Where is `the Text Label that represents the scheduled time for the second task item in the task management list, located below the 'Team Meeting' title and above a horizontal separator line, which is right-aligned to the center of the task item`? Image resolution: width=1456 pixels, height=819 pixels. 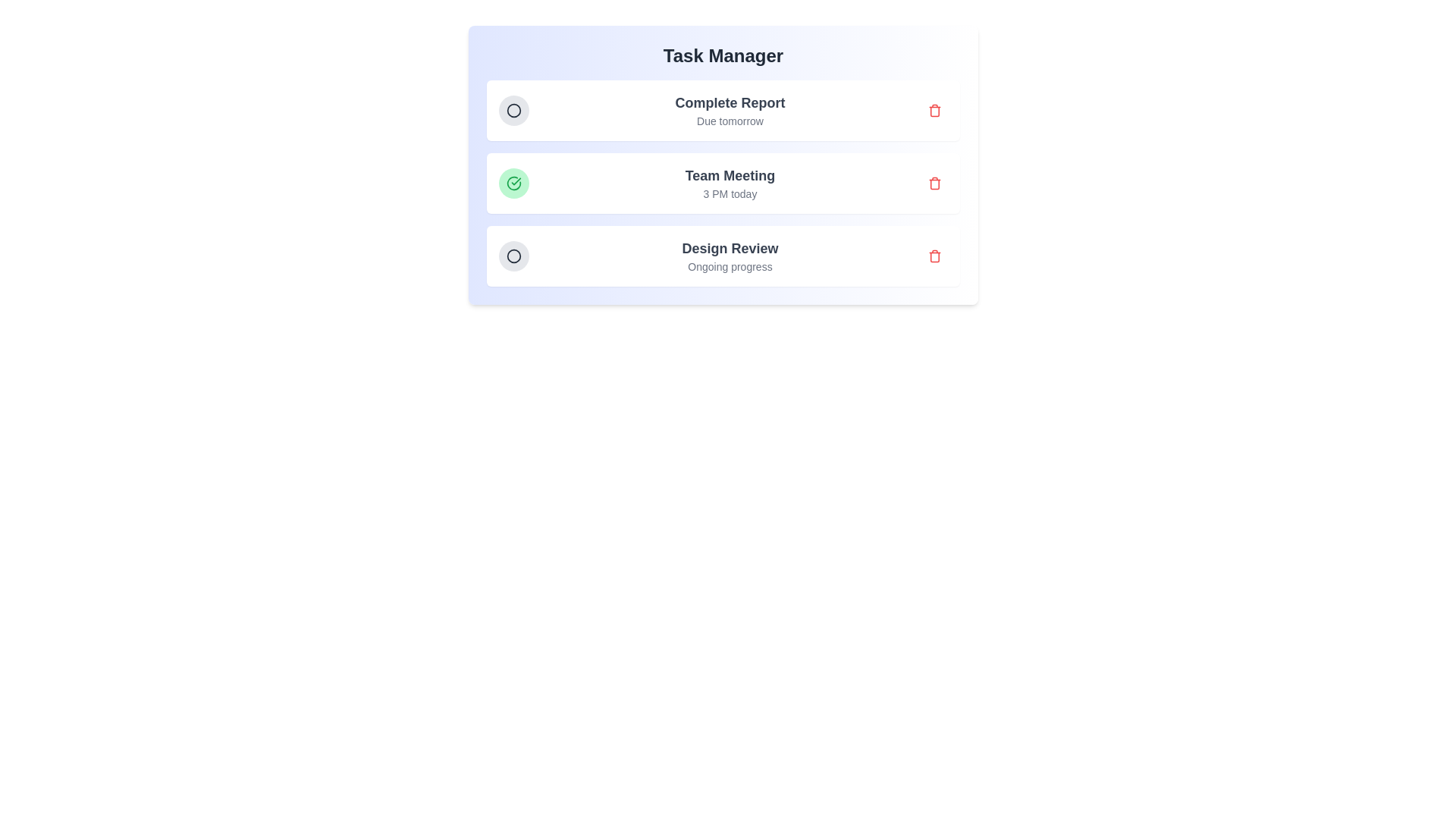
the Text Label that represents the scheduled time for the second task item in the task management list, located below the 'Team Meeting' title and above a horizontal separator line, which is right-aligned to the center of the task item is located at coordinates (730, 193).